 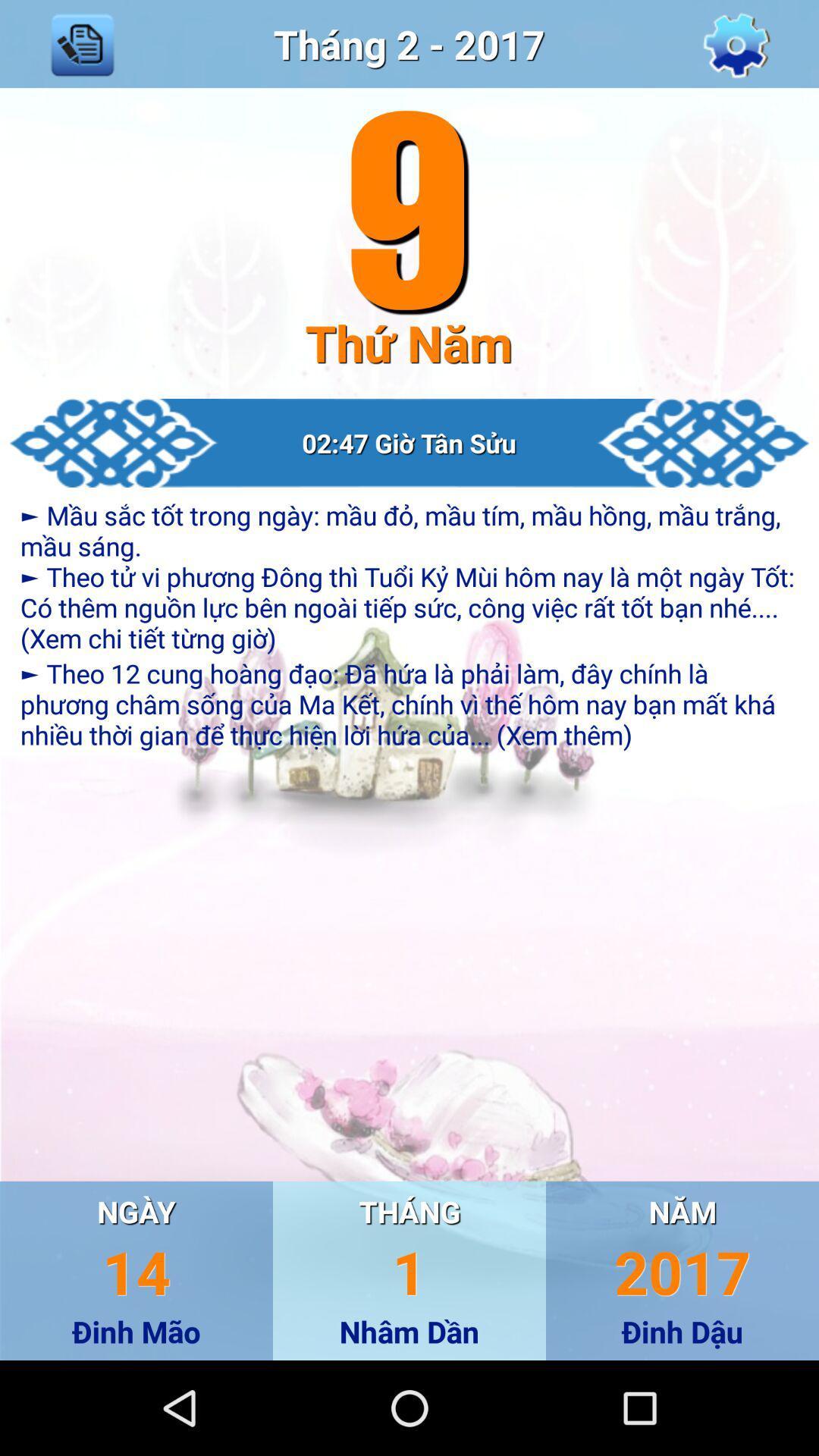 I want to click on three lines of text starting with text theo, so click(x=409, y=703).